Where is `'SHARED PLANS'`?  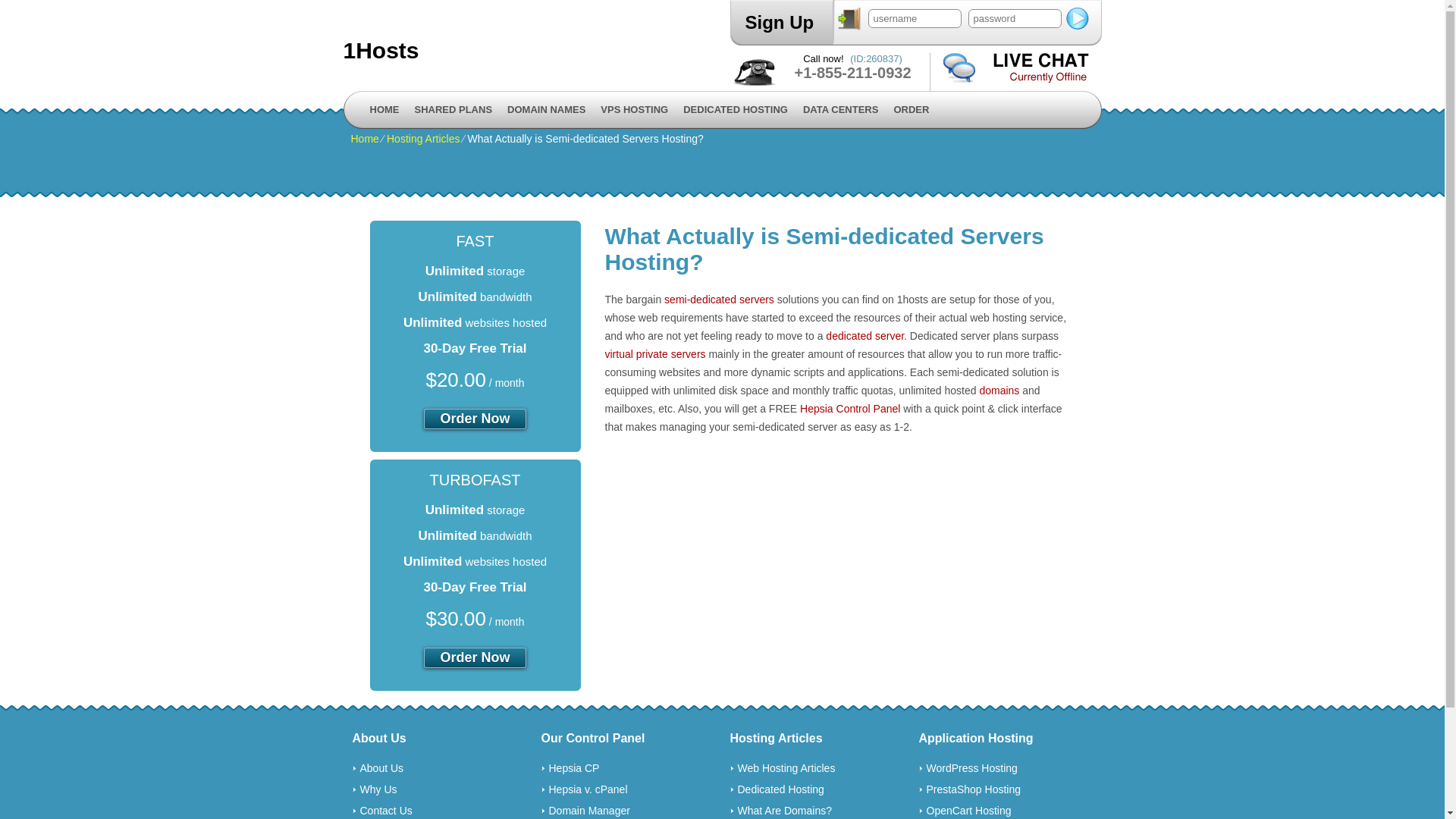 'SHARED PLANS' is located at coordinates (452, 109).